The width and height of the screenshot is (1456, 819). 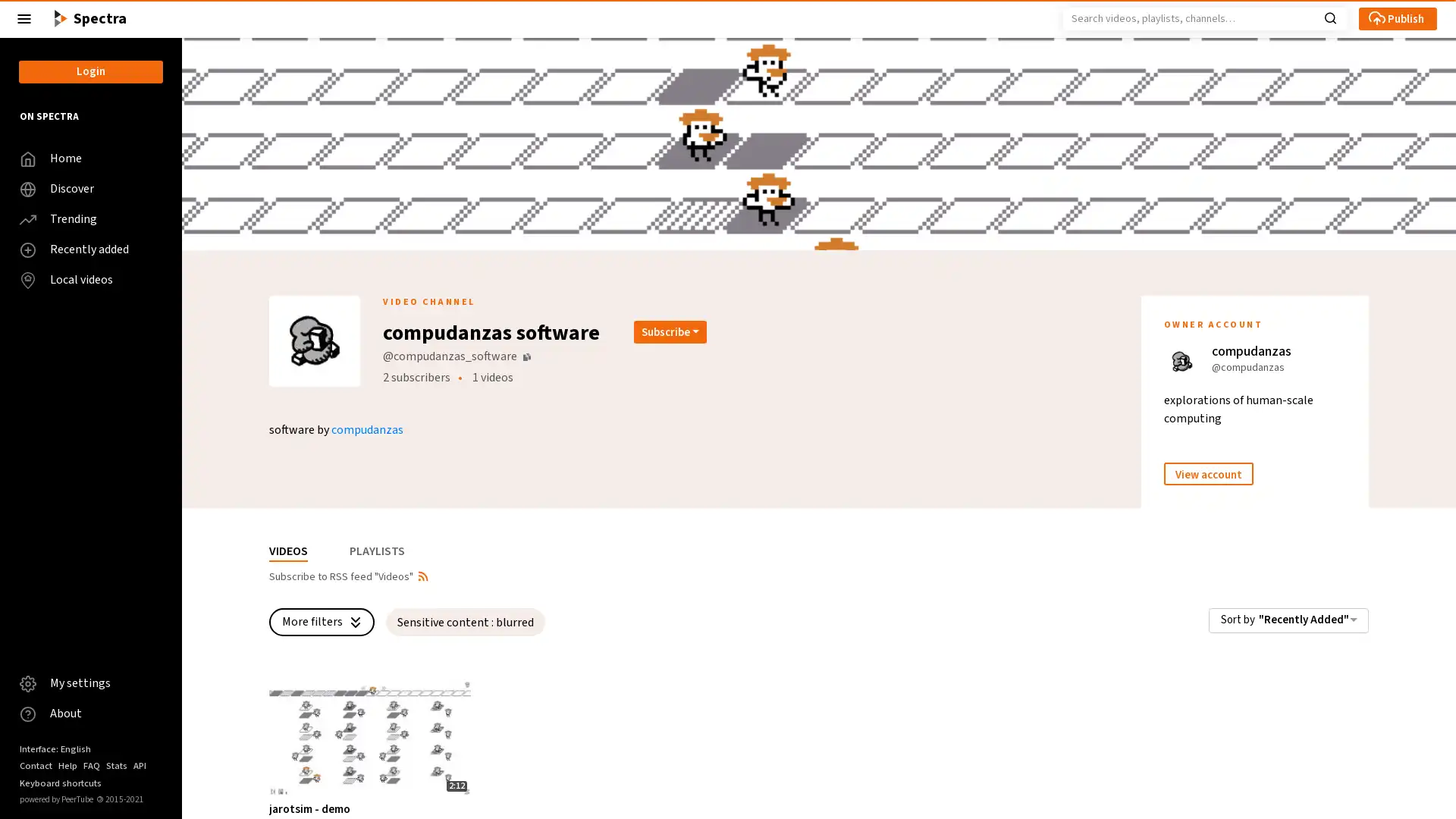 I want to click on Close the left menu, so click(x=24, y=18).